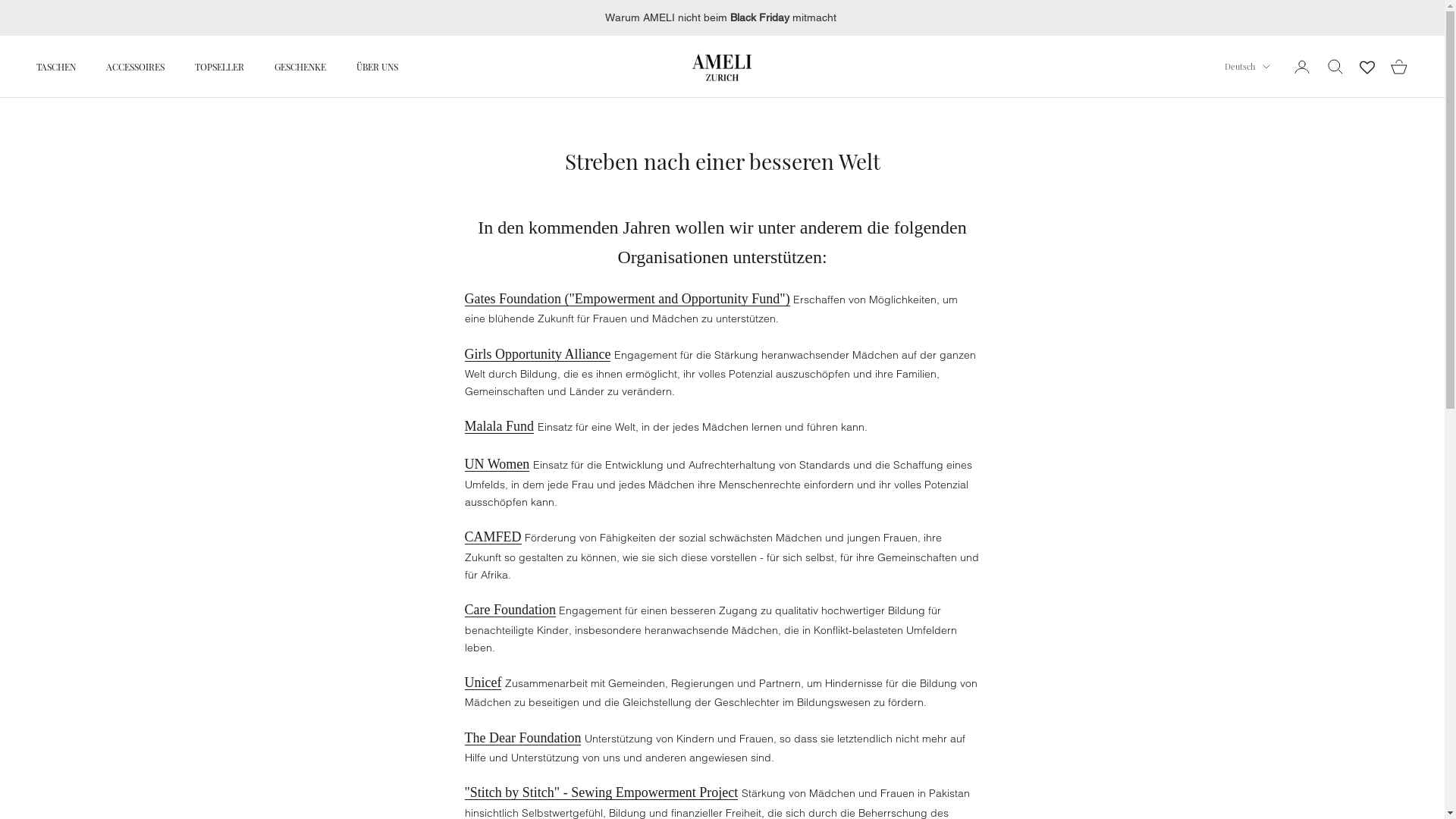 The image size is (1456, 819). I want to click on 'Deutsch', so click(1247, 66).